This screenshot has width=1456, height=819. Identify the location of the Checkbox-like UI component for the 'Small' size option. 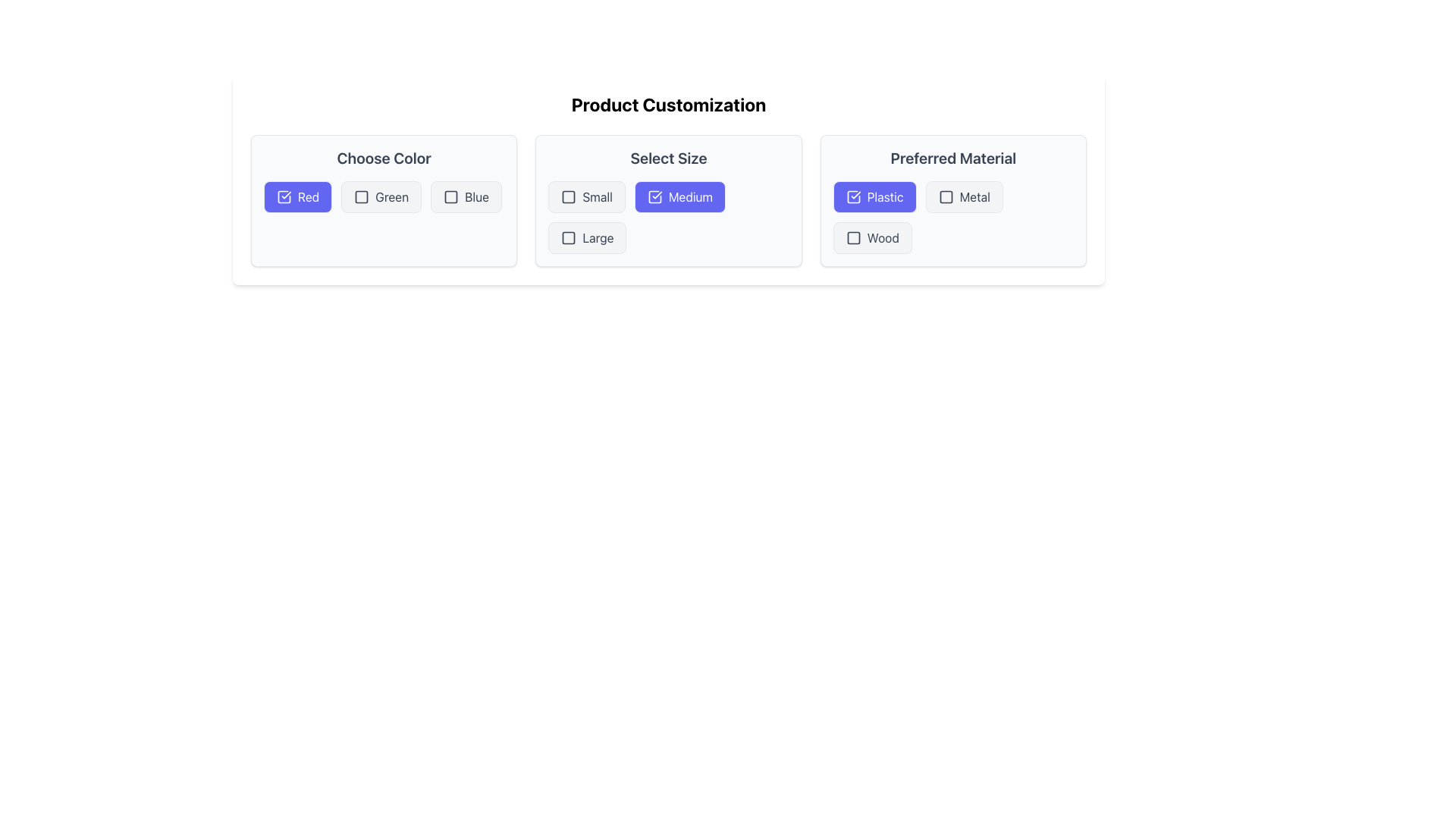
(568, 196).